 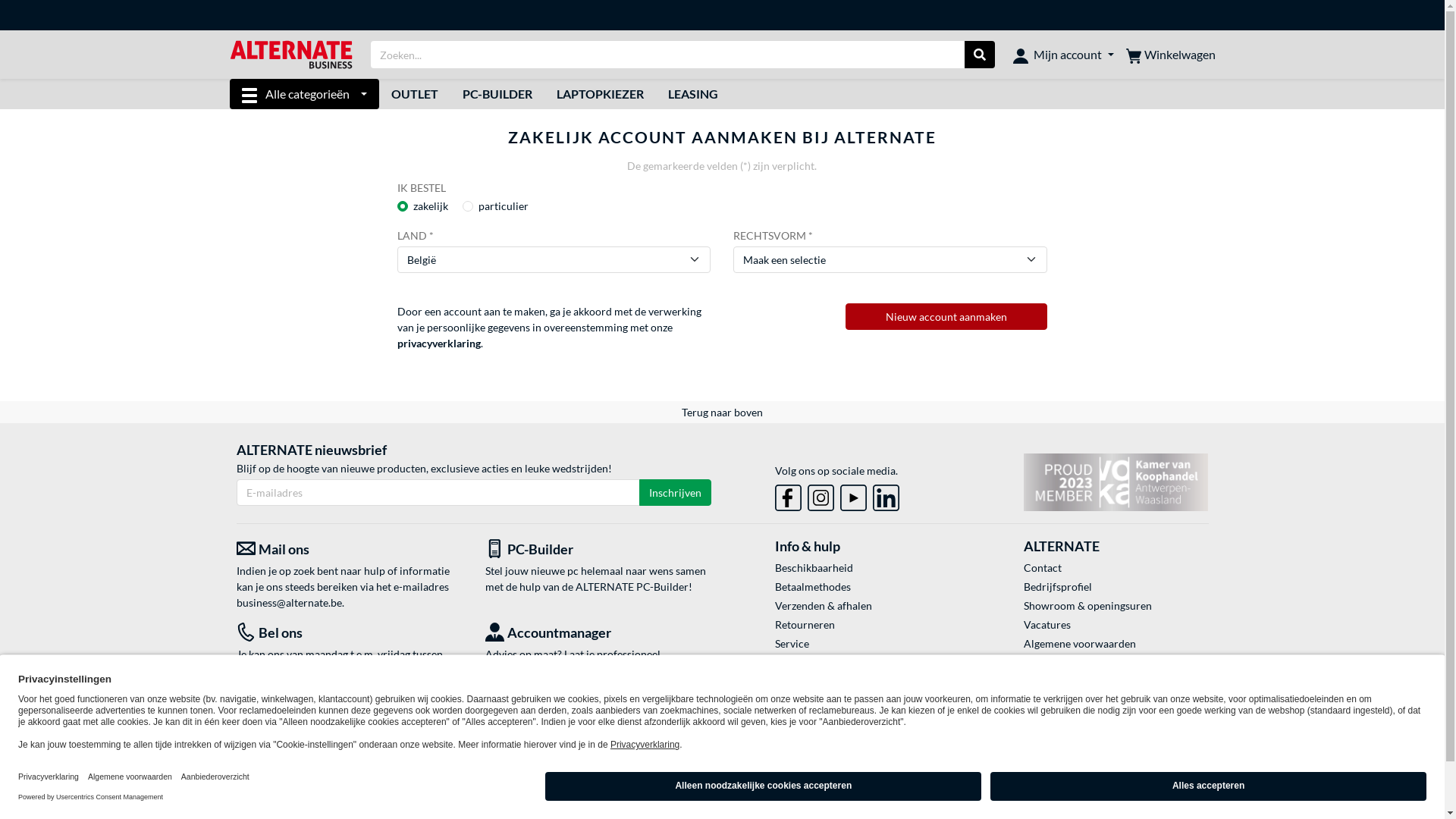 What do you see at coordinates (853, 494) in the screenshot?
I see `'YouTube'` at bounding box center [853, 494].